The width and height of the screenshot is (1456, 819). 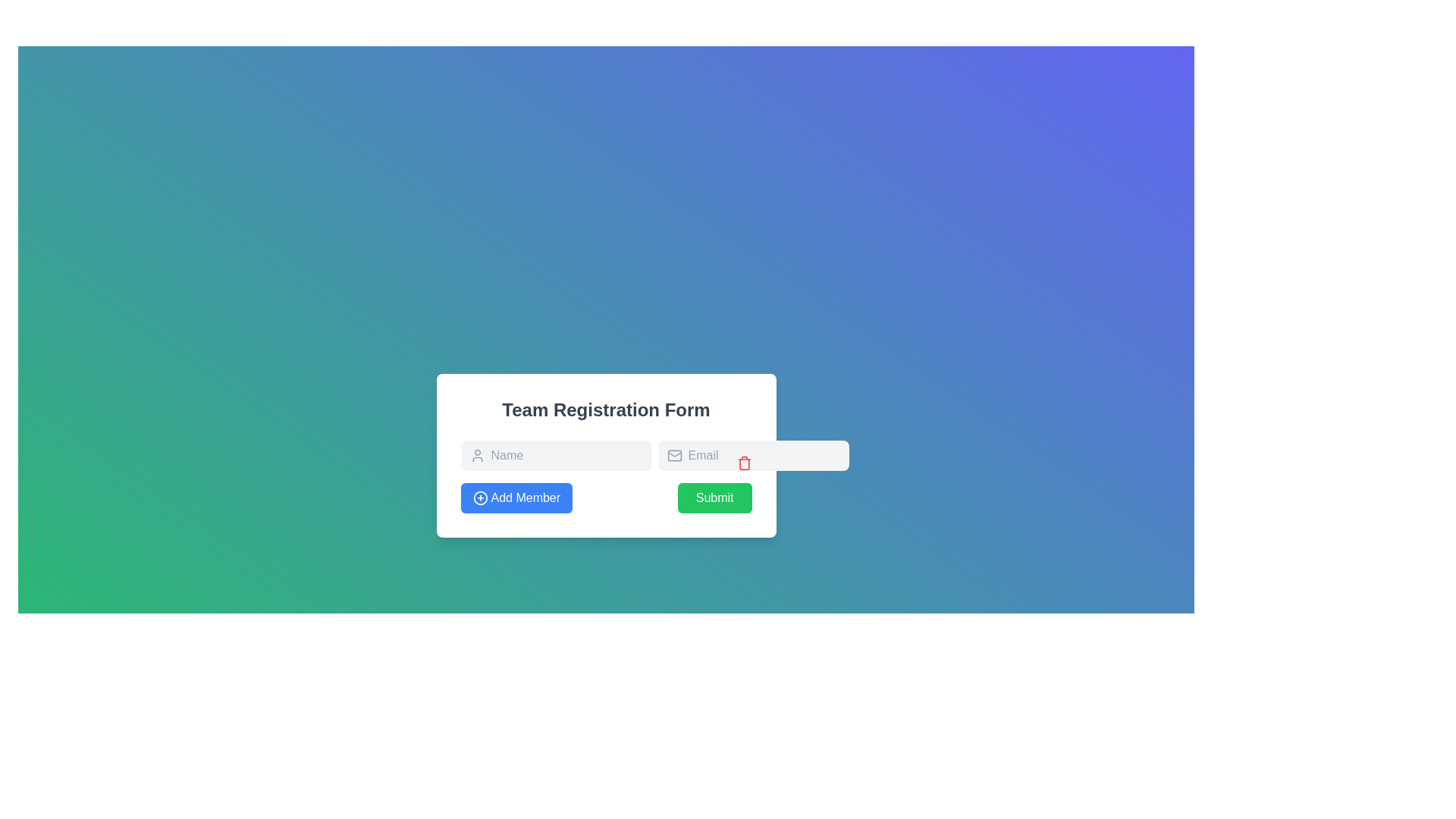 What do you see at coordinates (714, 497) in the screenshot?
I see `the submit button located in the bottom-right corner of the 'Team Registration Form' card` at bounding box center [714, 497].